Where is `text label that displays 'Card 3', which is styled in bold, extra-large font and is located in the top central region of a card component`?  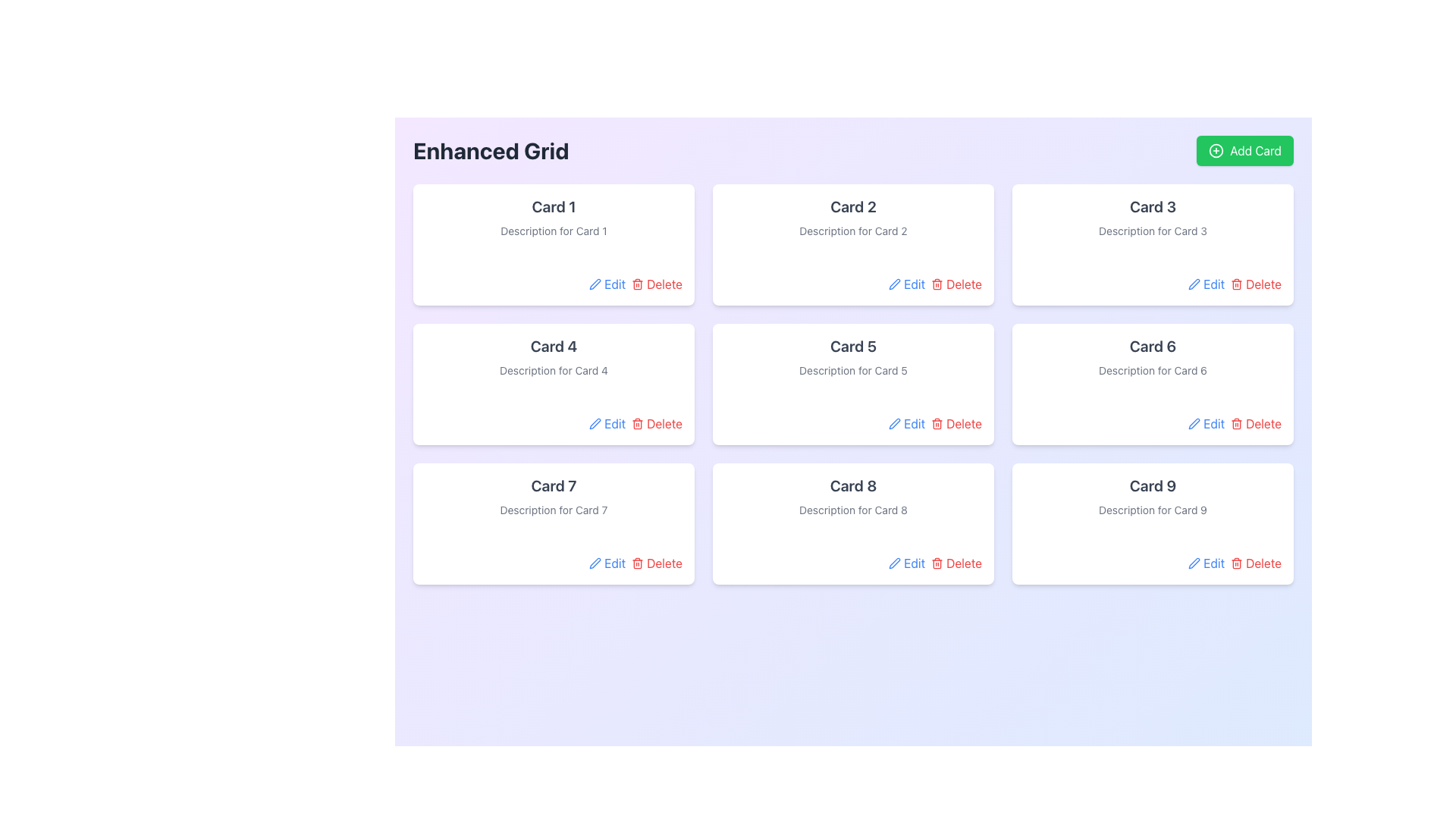 text label that displays 'Card 3', which is styled in bold, extra-large font and is located in the top central region of a card component is located at coordinates (1153, 207).